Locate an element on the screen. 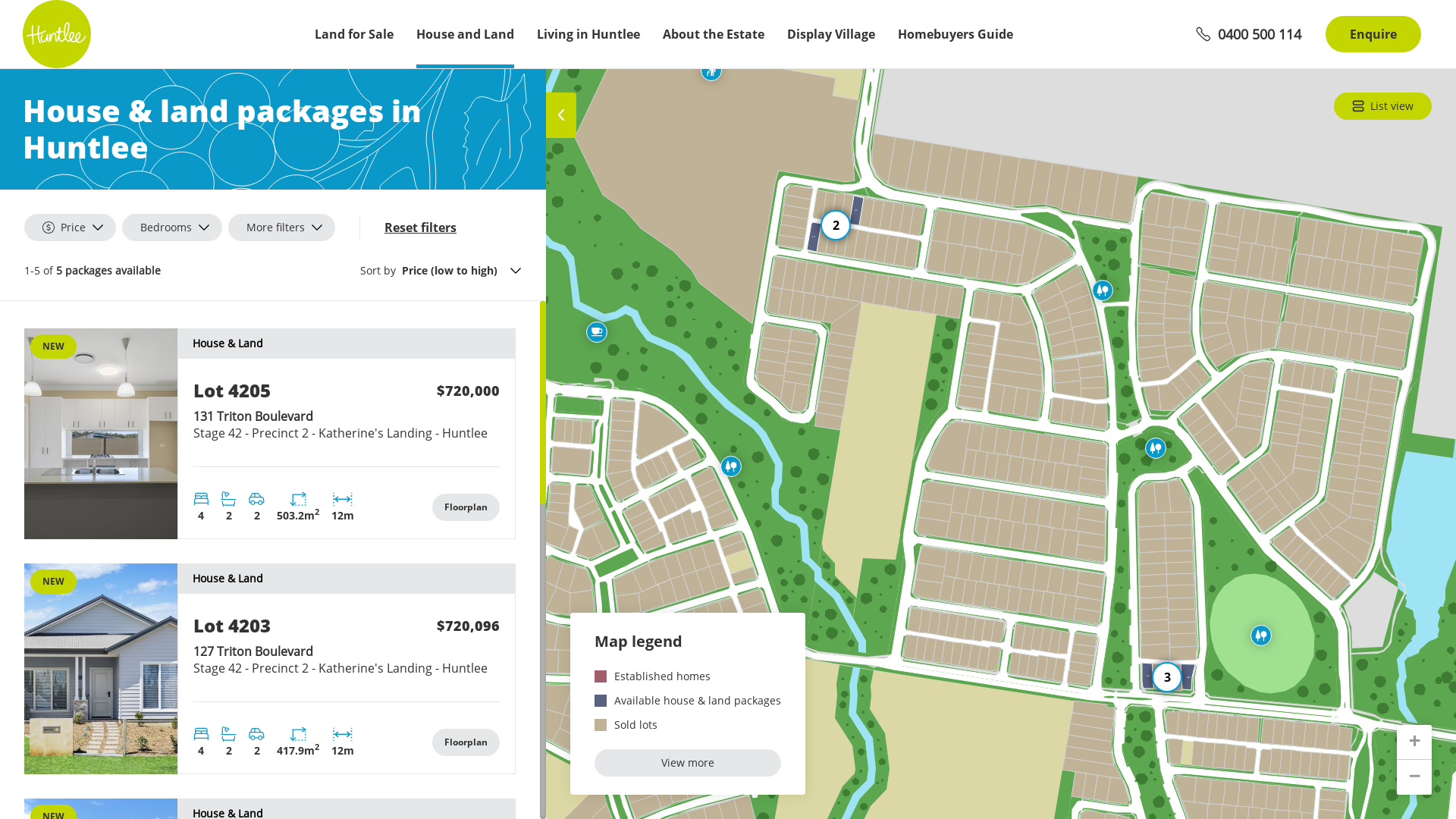  '+' is located at coordinates (1414, 742).